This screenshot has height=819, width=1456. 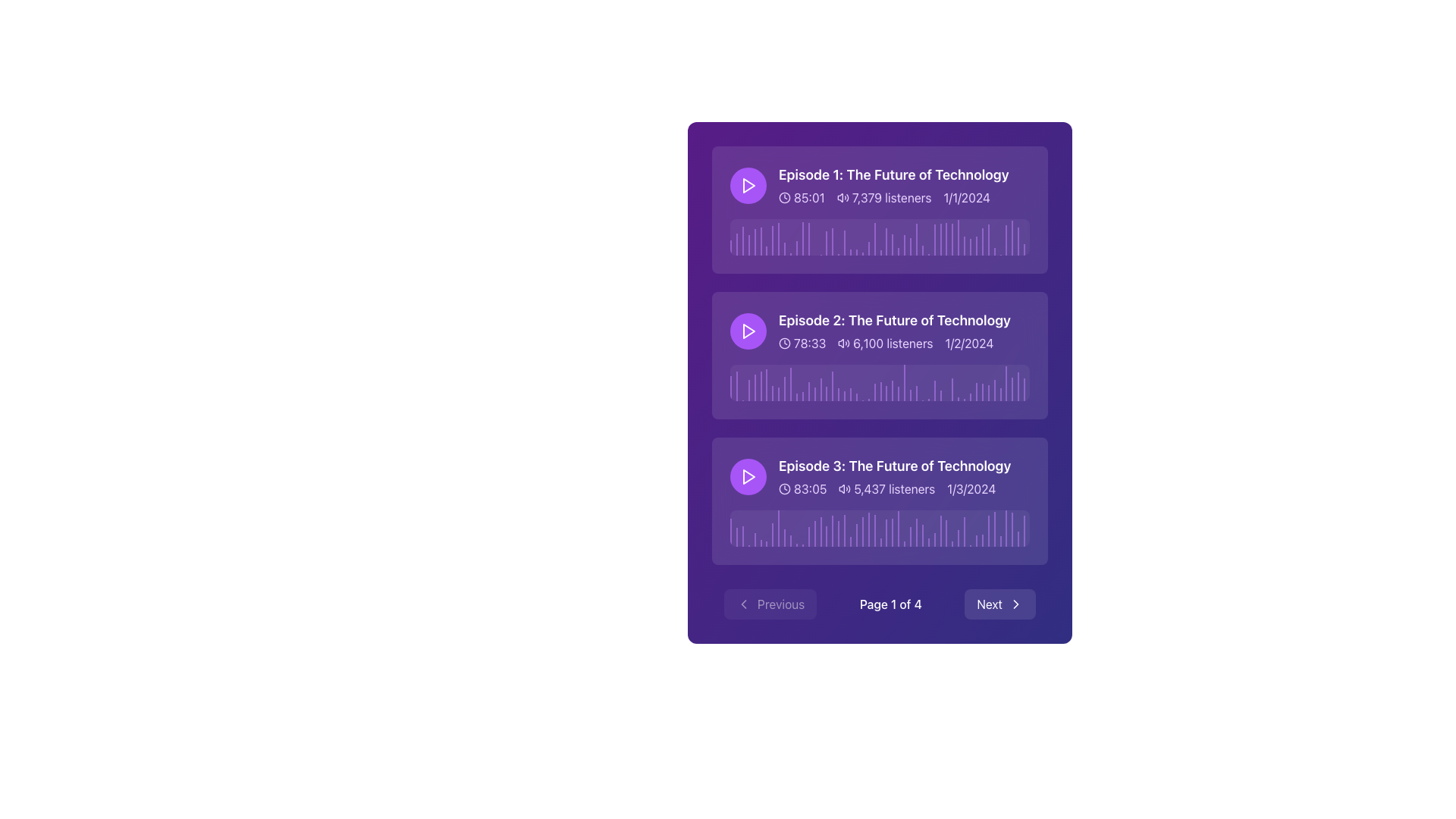 What do you see at coordinates (934, 239) in the screenshot?
I see `the Progress Indicator that serves as a position marker within the waveform, distinctly longer than neighboring lines, located below 'Episode 1: The Future of Technology'` at bounding box center [934, 239].